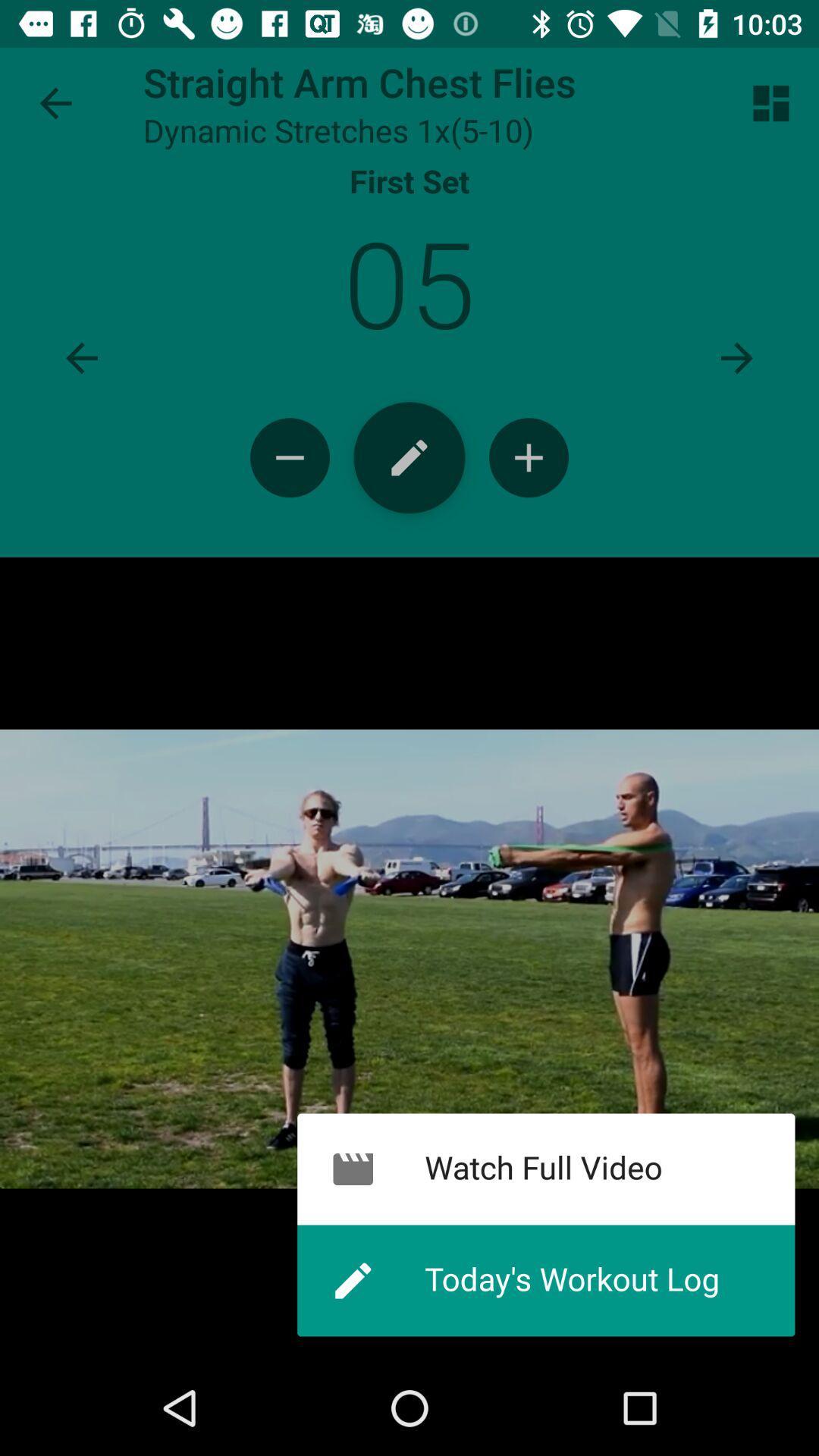  What do you see at coordinates (736, 357) in the screenshot?
I see `next` at bounding box center [736, 357].